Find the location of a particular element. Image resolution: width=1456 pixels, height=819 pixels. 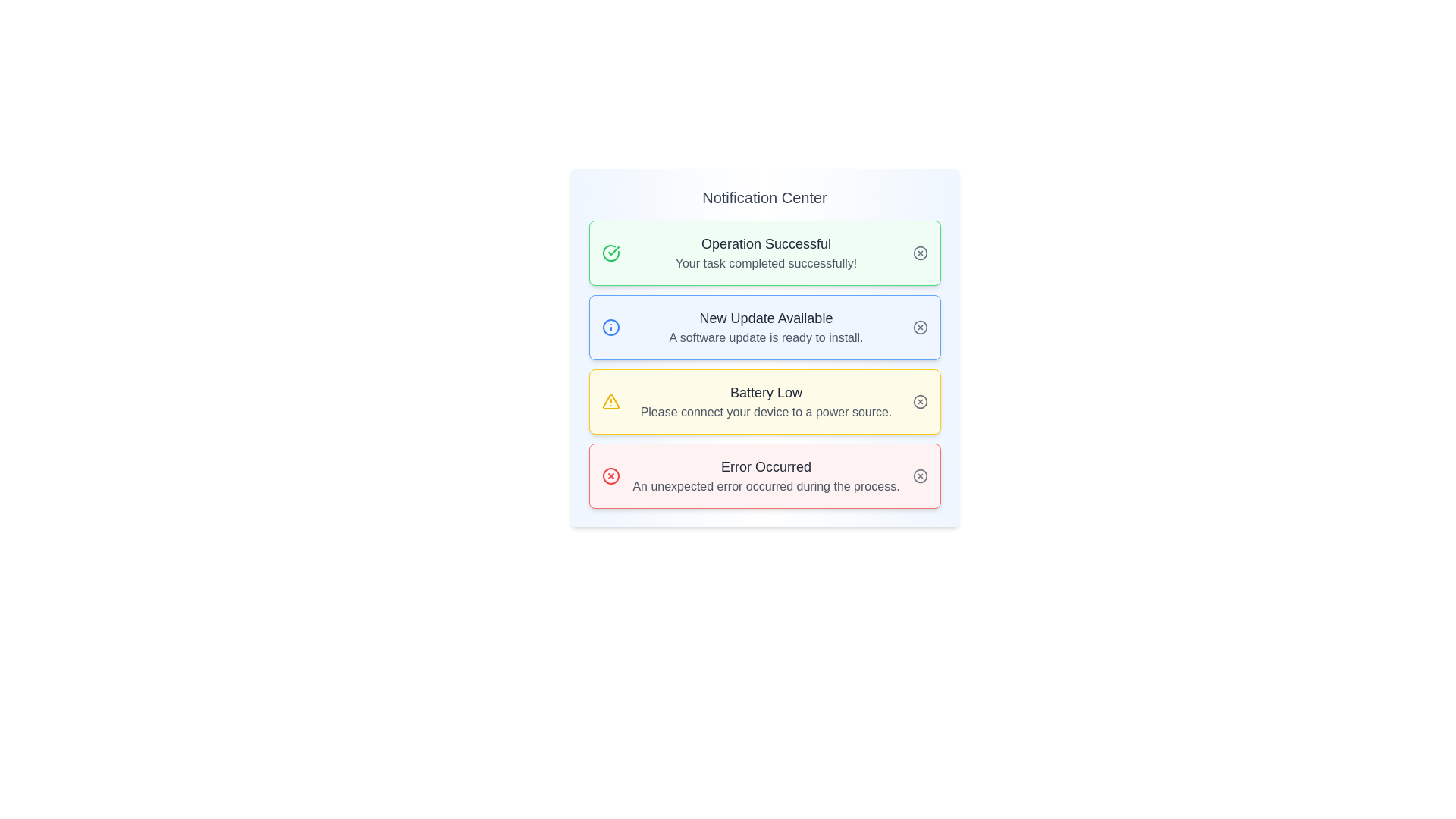

the dismiss button located at the top-right corner of the 'New Update Available' notification card to observe the hover effects is located at coordinates (919, 327).